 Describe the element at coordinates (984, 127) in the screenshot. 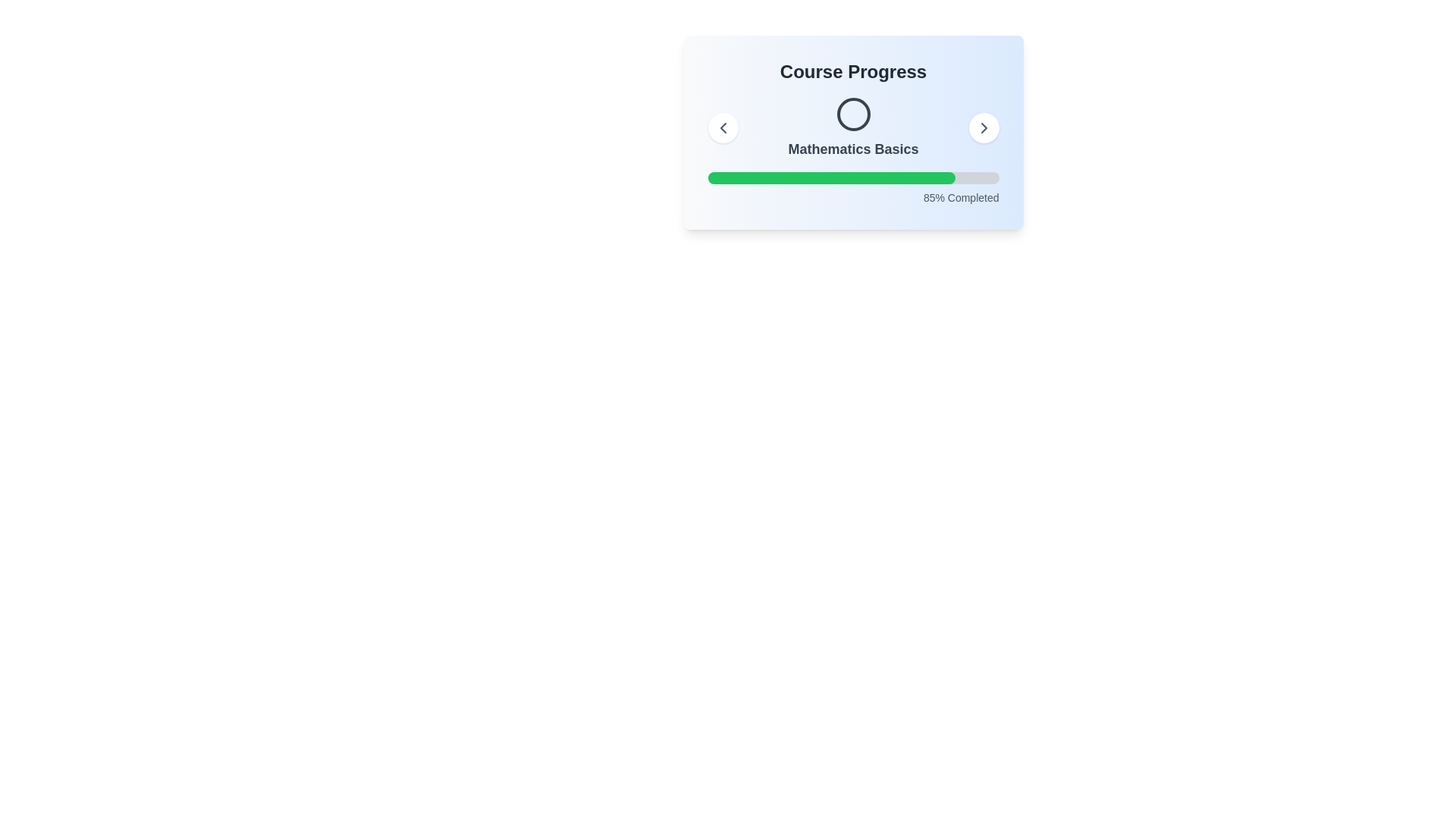

I see `the chevron icon located within a circular button on the right side of the card` at that location.